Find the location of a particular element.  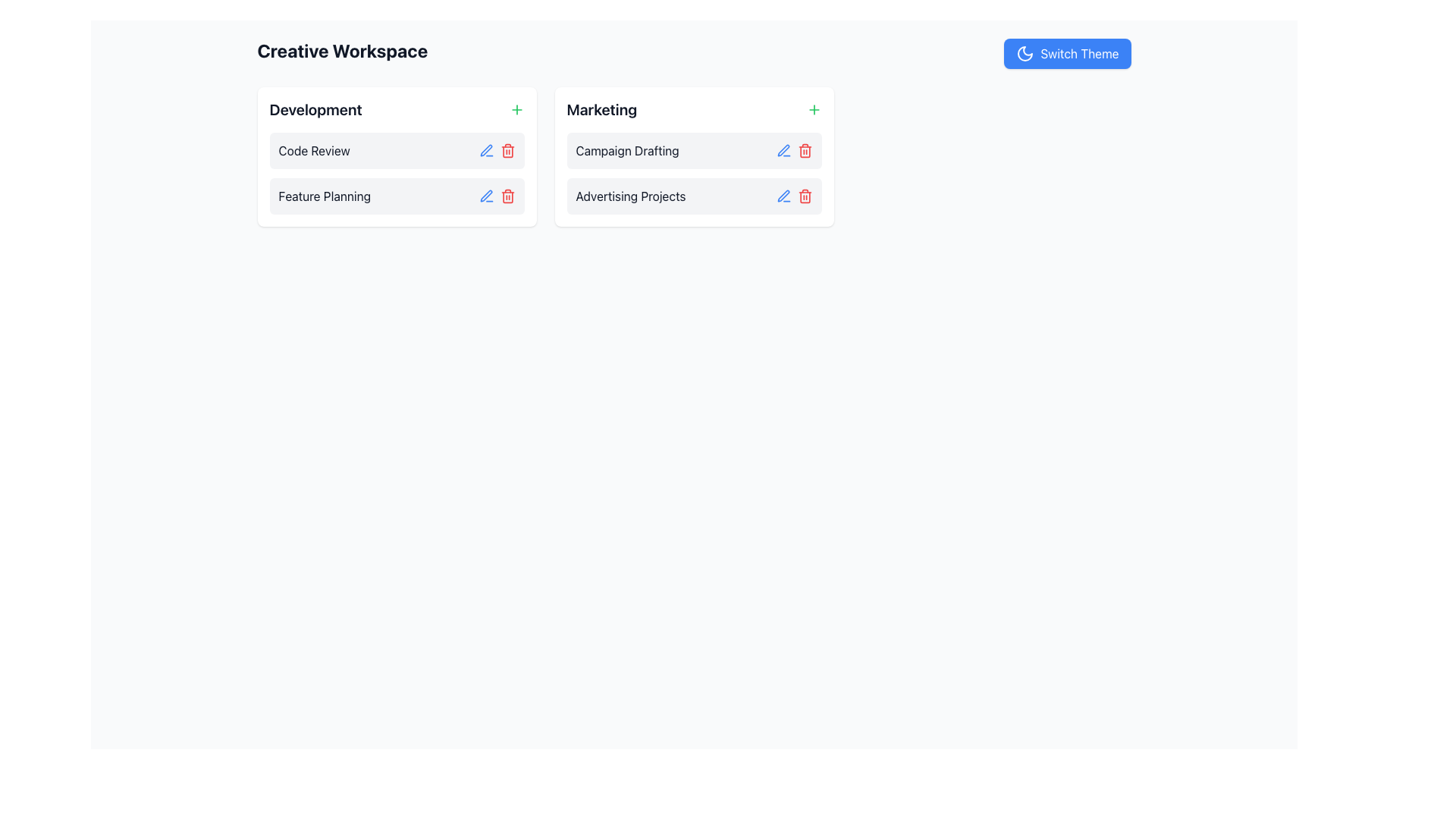

the red trashcan icon button is located at coordinates (804, 151).